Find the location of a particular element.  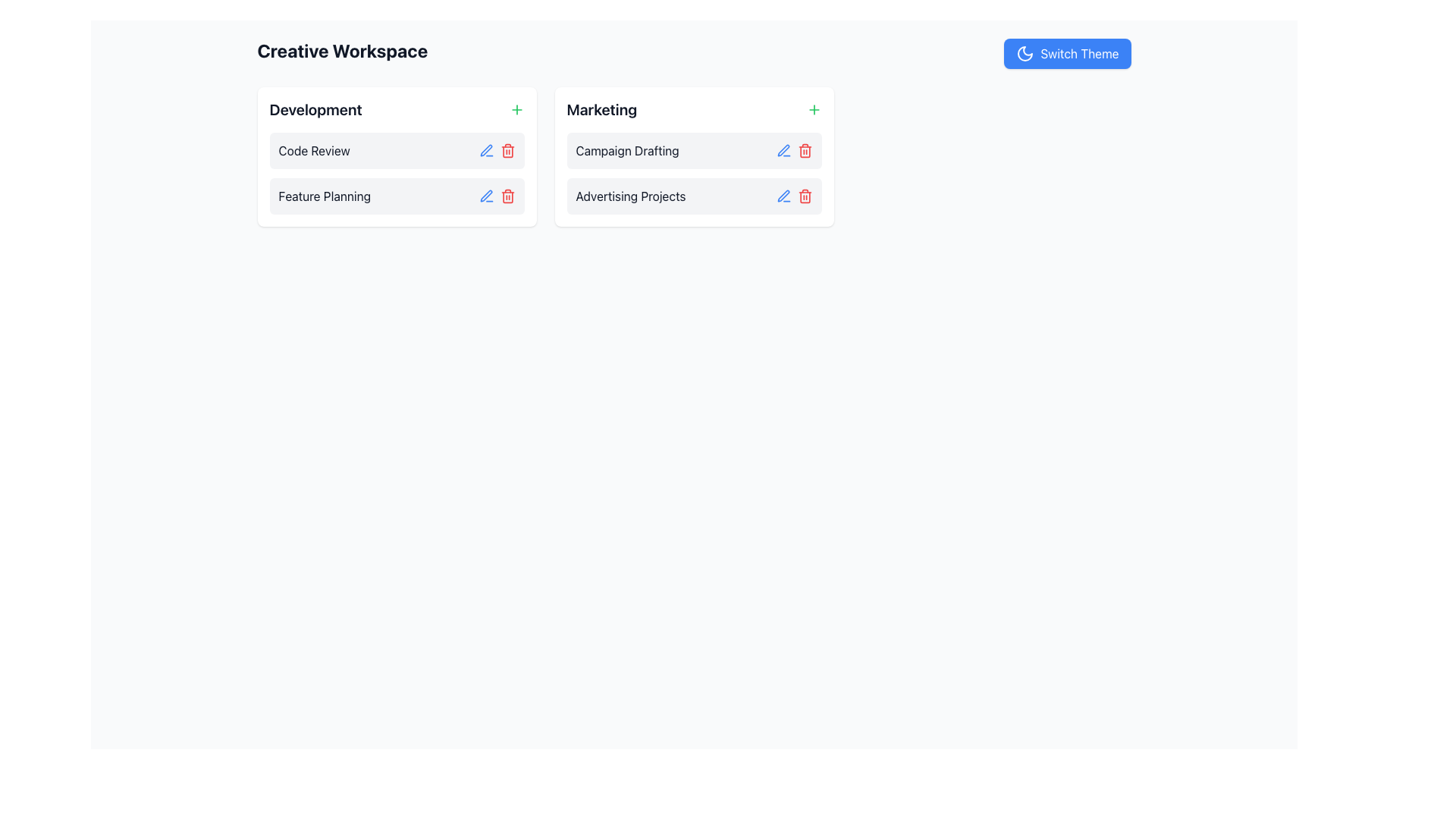

the red trashcan icon button is located at coordinates (804, 151).